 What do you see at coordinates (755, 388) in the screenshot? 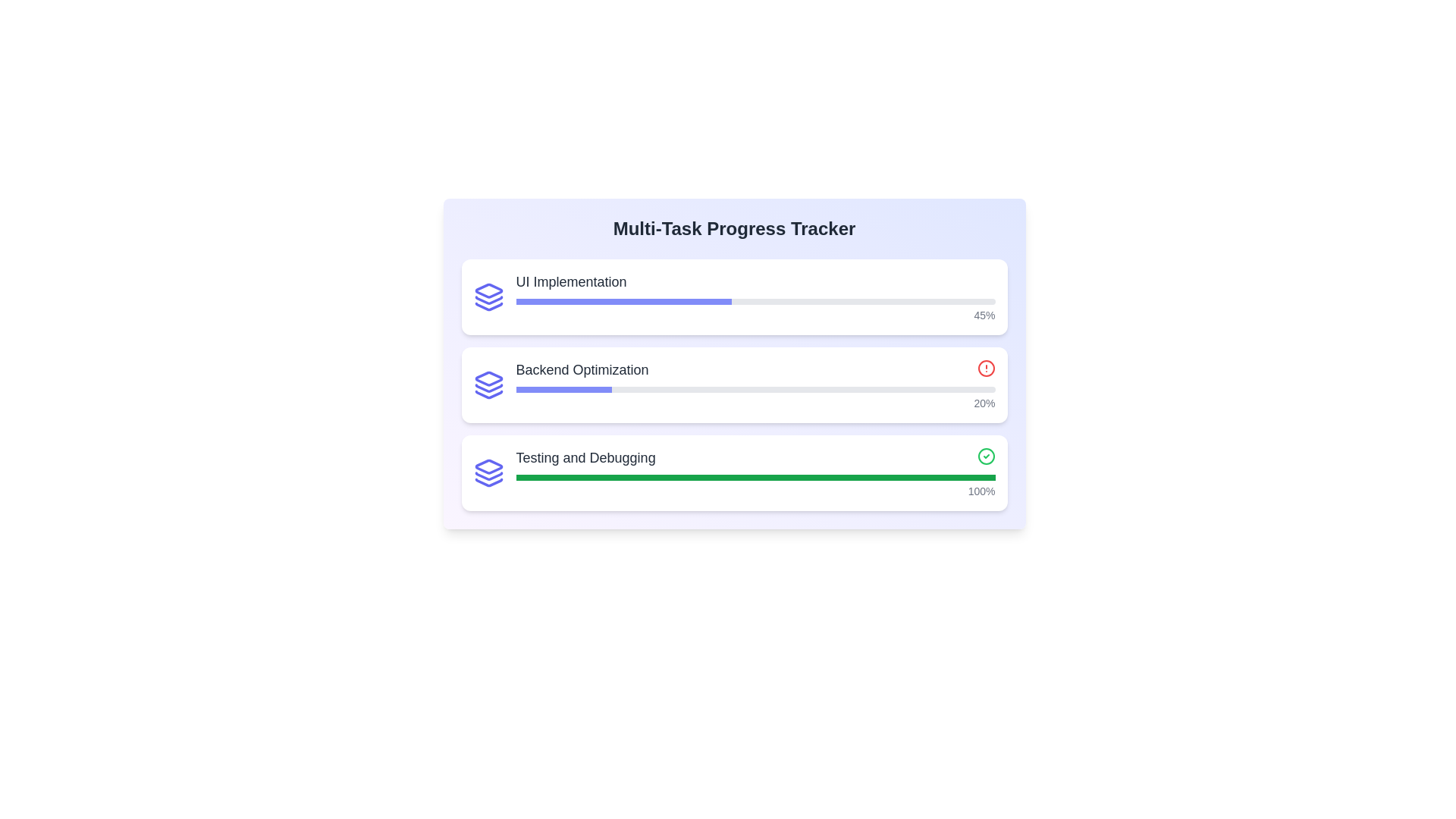
I see `the progress bar indicating '20%' completion in the 'Backend Optimization' section of the 'Multi-Task Progress Tracker' interface` at bounding box center [755, 388].